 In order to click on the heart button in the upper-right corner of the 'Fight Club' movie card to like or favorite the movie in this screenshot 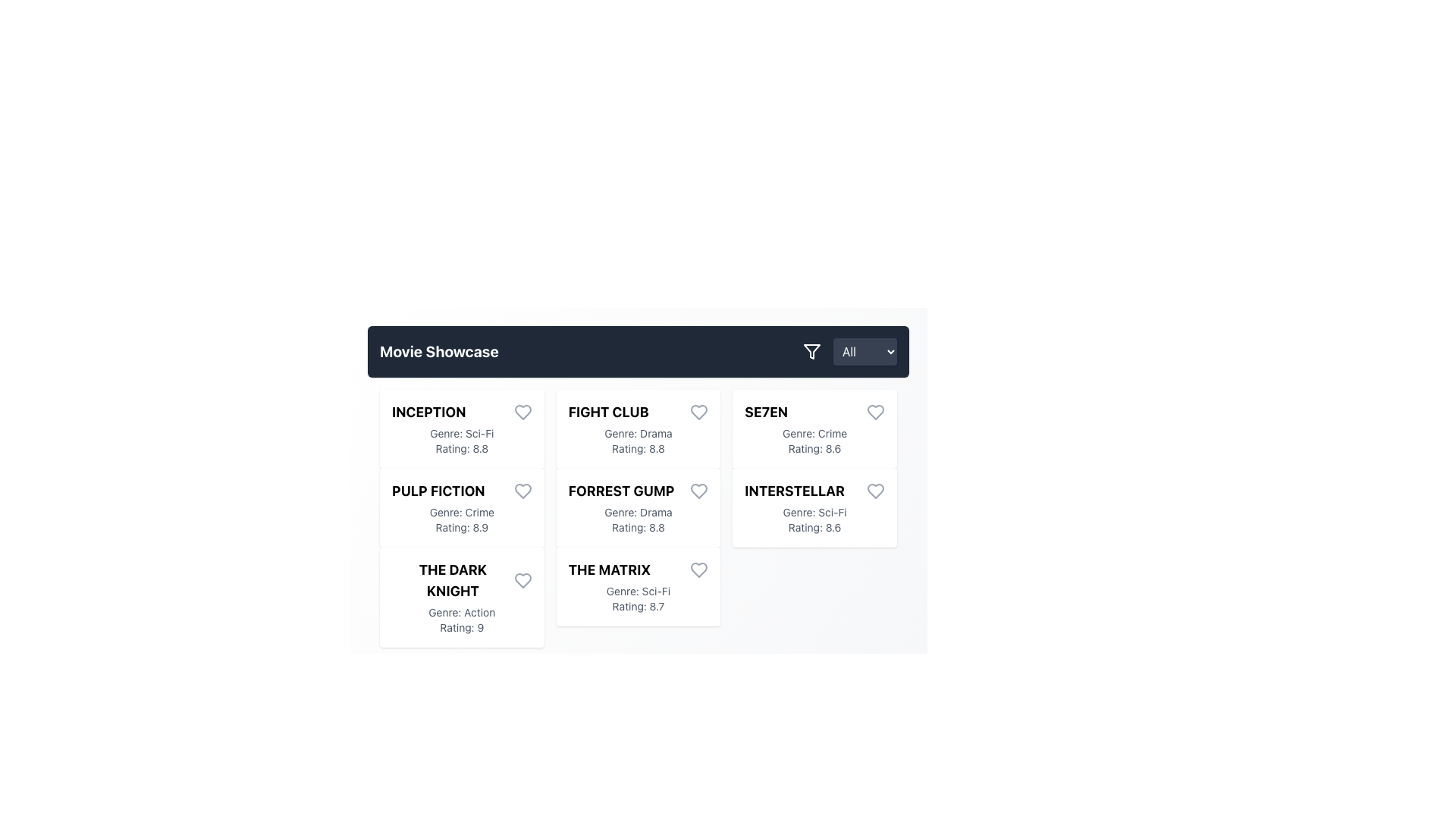, I will do `click(698, 412)`.